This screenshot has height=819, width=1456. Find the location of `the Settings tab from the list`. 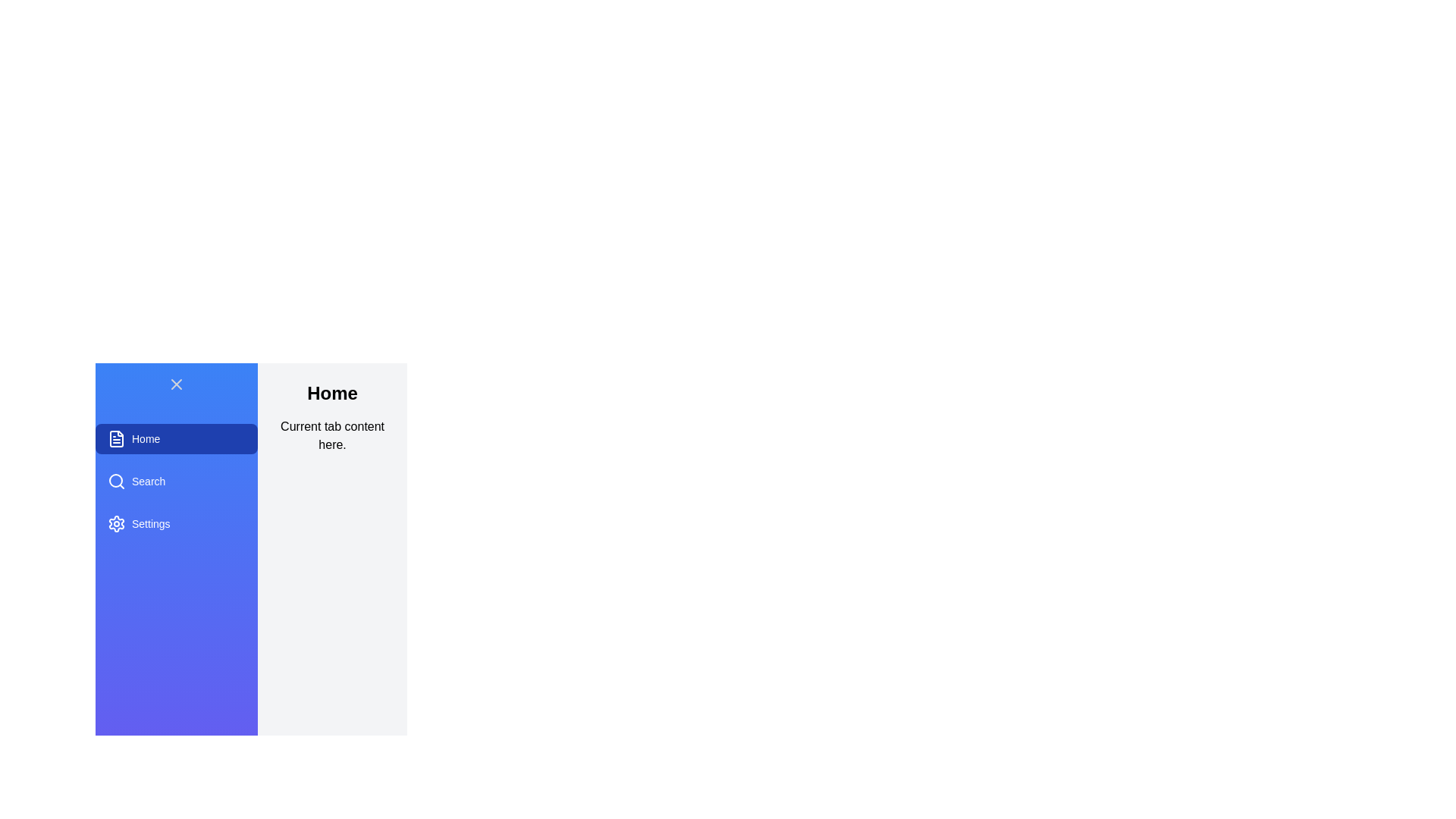

the Settings tab from the list is located at coordinates (177, 522).